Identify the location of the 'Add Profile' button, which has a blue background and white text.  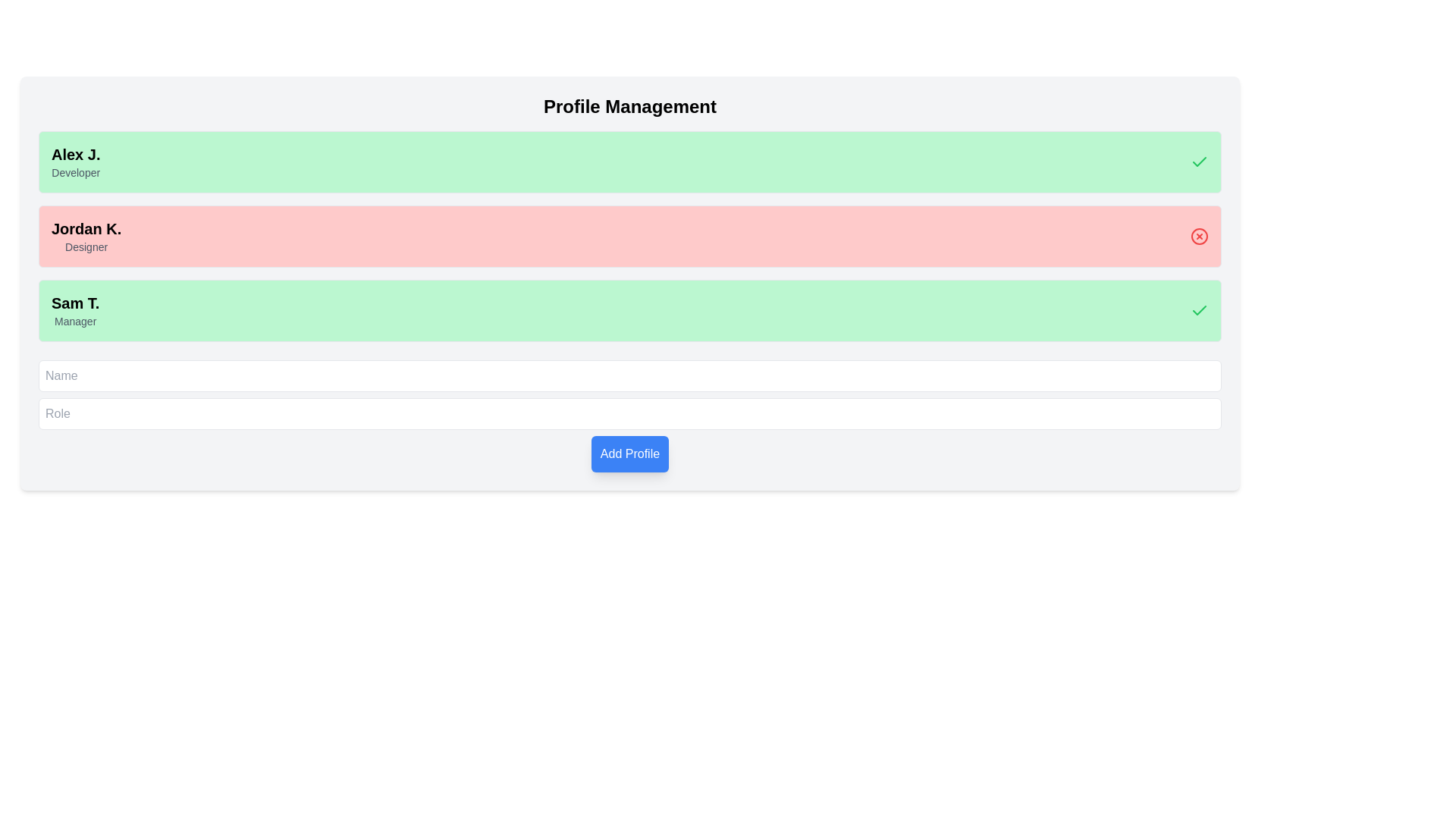
(629, 453).